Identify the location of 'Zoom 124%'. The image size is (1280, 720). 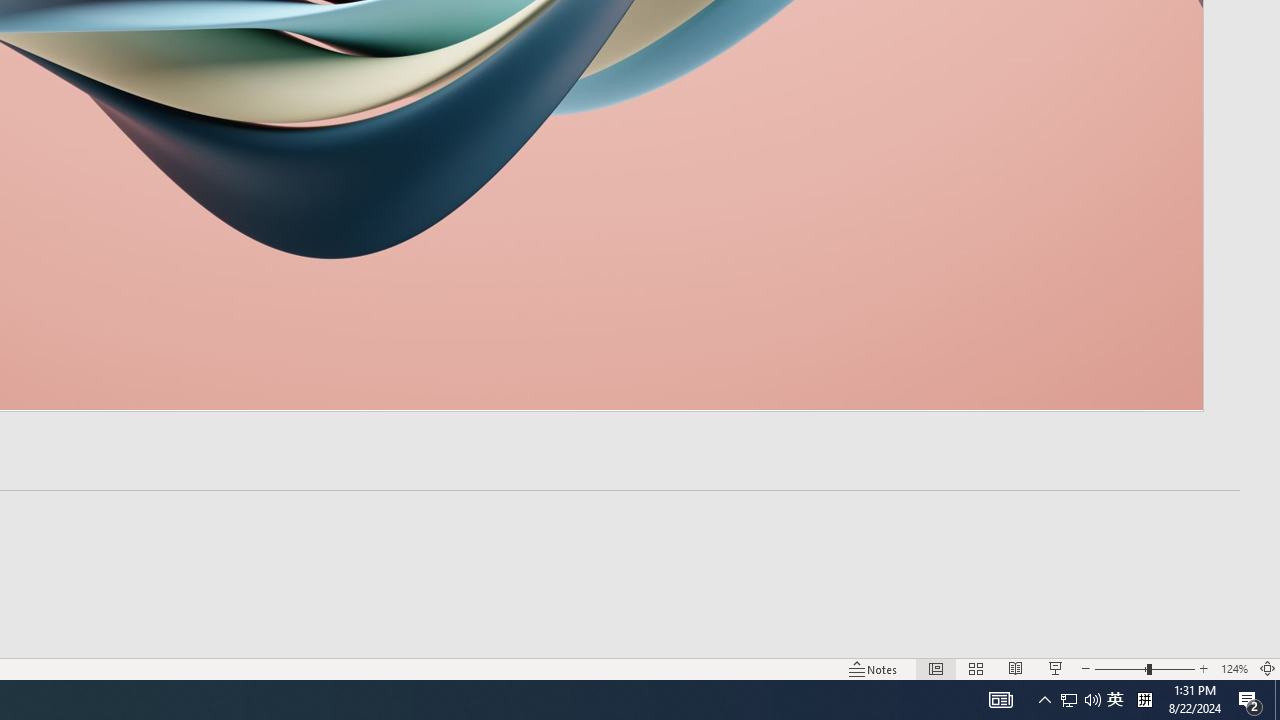
(1233, 669).